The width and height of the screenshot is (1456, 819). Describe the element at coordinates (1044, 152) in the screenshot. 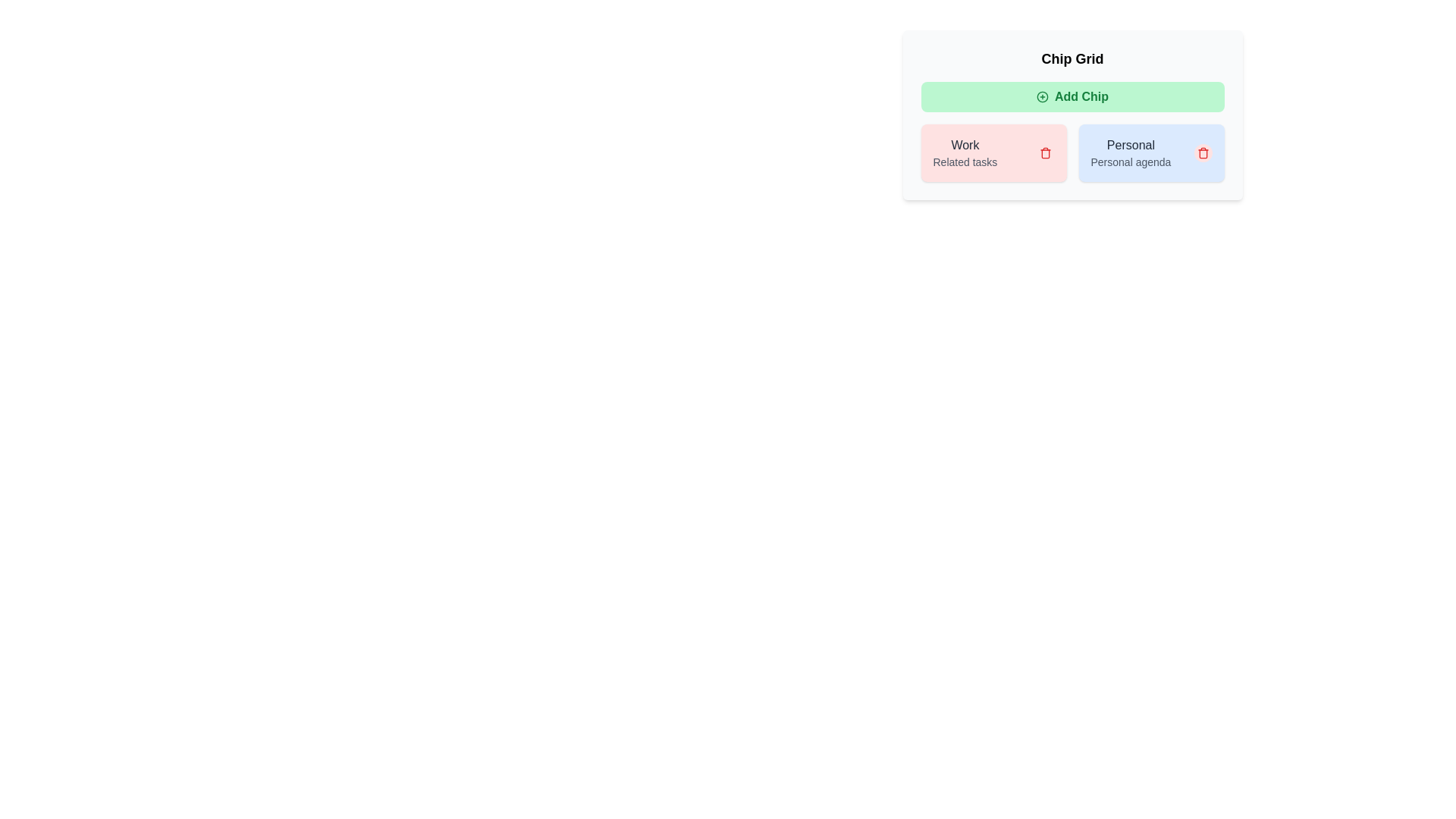

I see `the chip labeled Work from the grid` at that location.